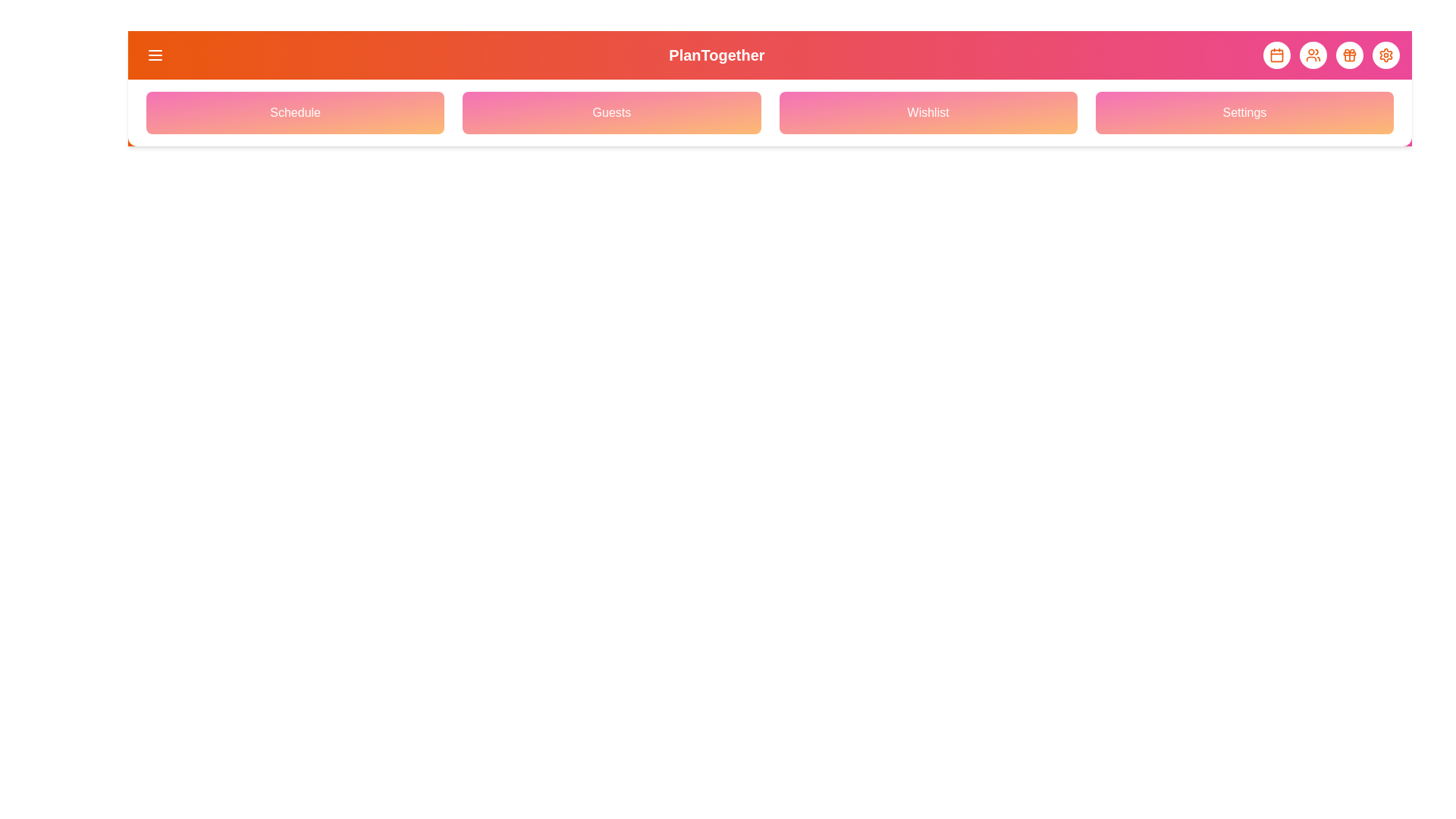 Image resolution: width=1456 pixels, height=819 pixels. I want to click on the header button corresponding to Gift, so click(1350, 55).